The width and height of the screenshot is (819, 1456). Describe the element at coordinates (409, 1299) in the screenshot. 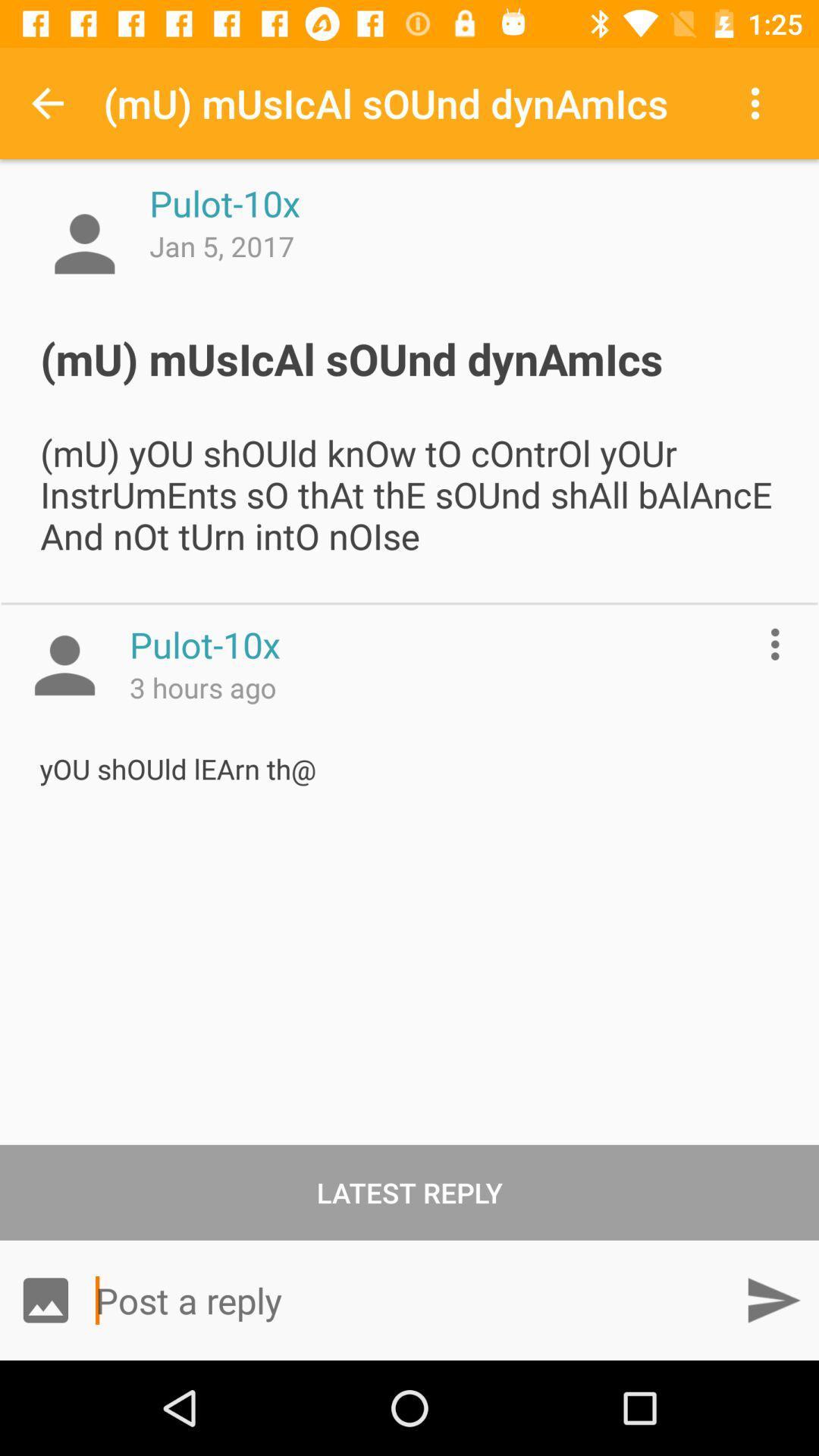

I see `post a reply text box` at that location.